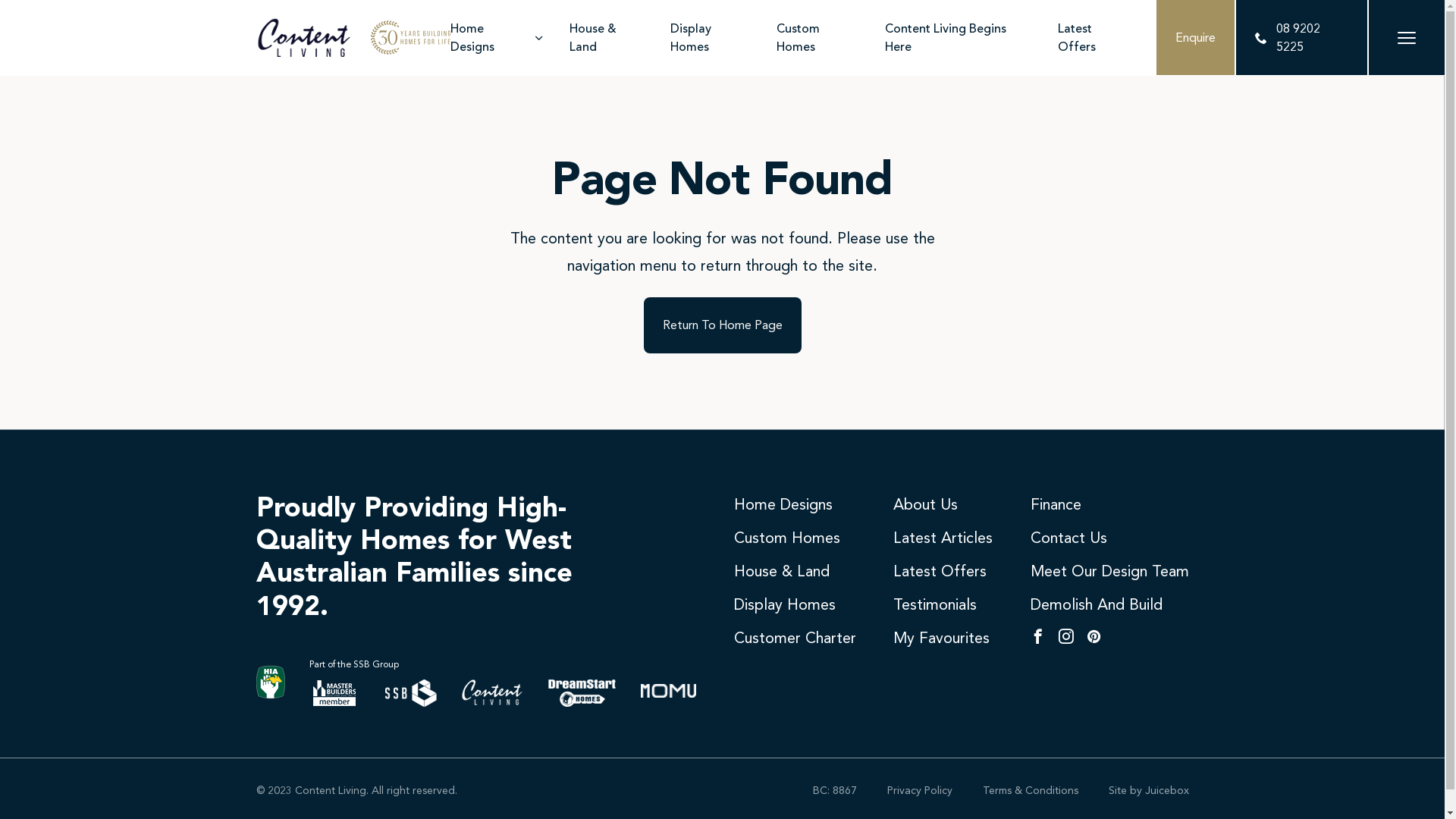 Image resolution: width=1456 pixels, height=819 pixels. What do you see at coordinates (1058, 637) in the screenshot?
I see `'Instagram'` at bounding box center [1058, 637].